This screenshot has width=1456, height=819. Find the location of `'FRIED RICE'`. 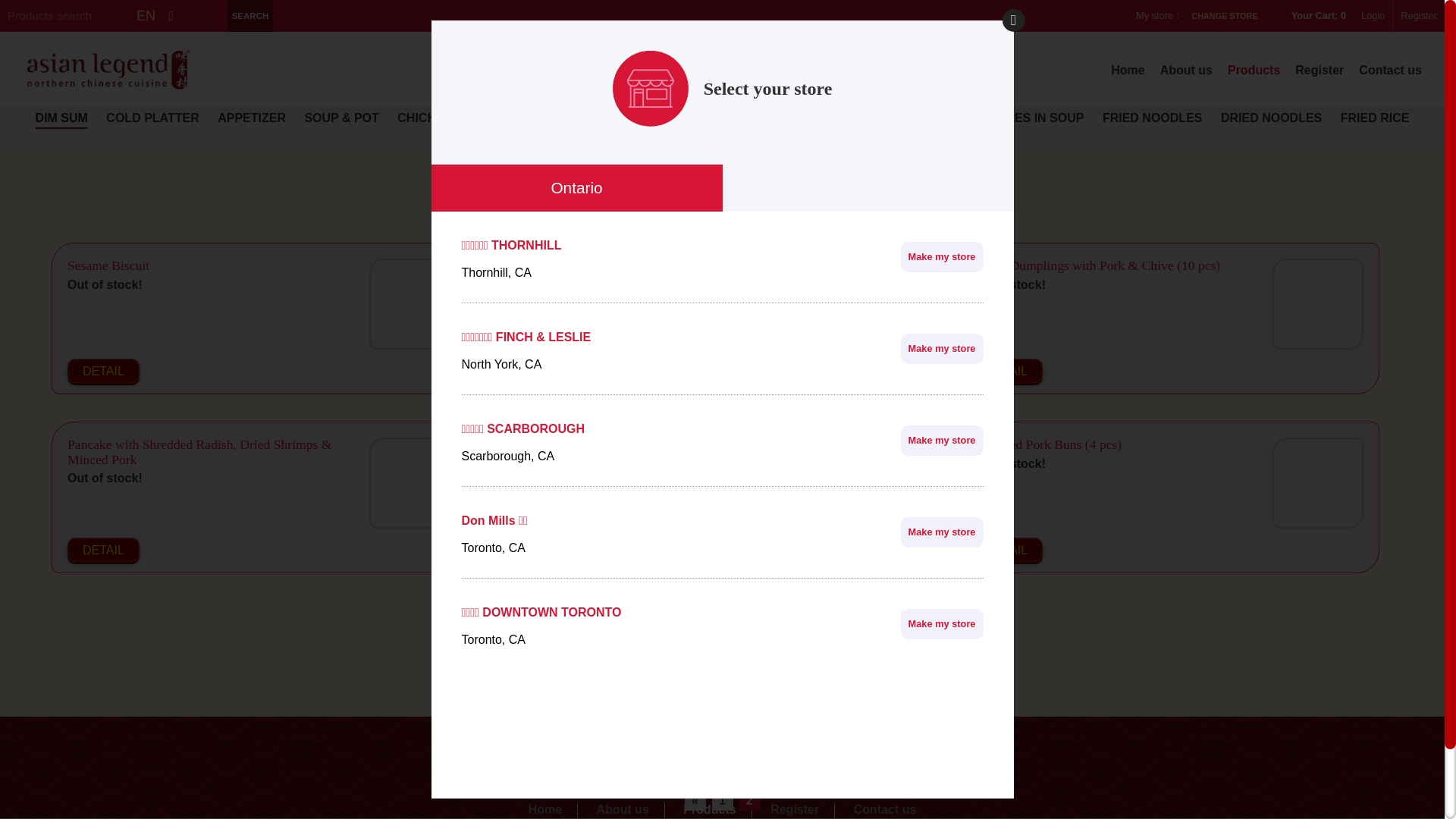

'FRIED RICE' is located at coordinates (1375, 117).